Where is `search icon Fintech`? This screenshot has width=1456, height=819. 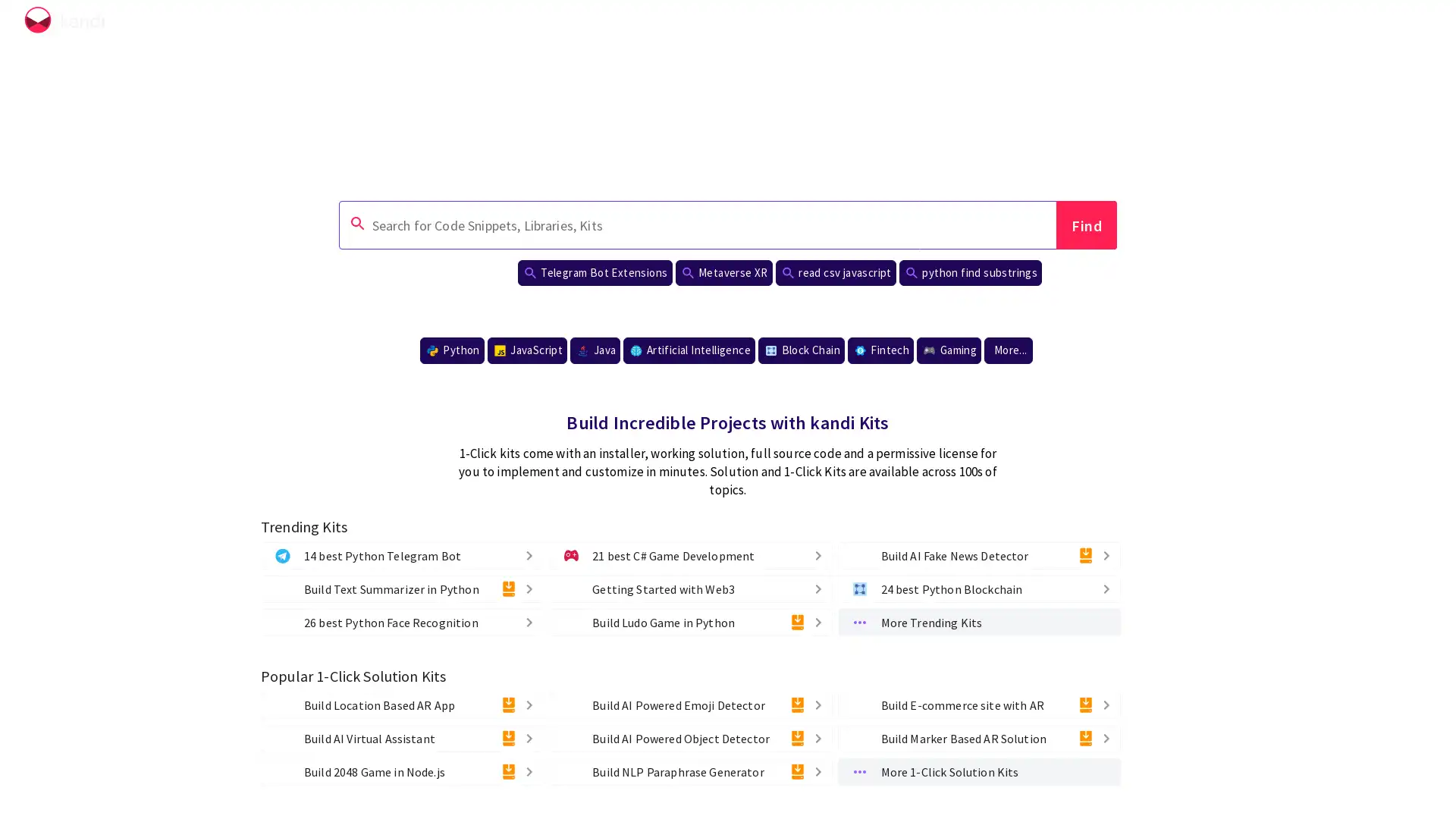
search icon Fintech is located at coordinates (880, 350).